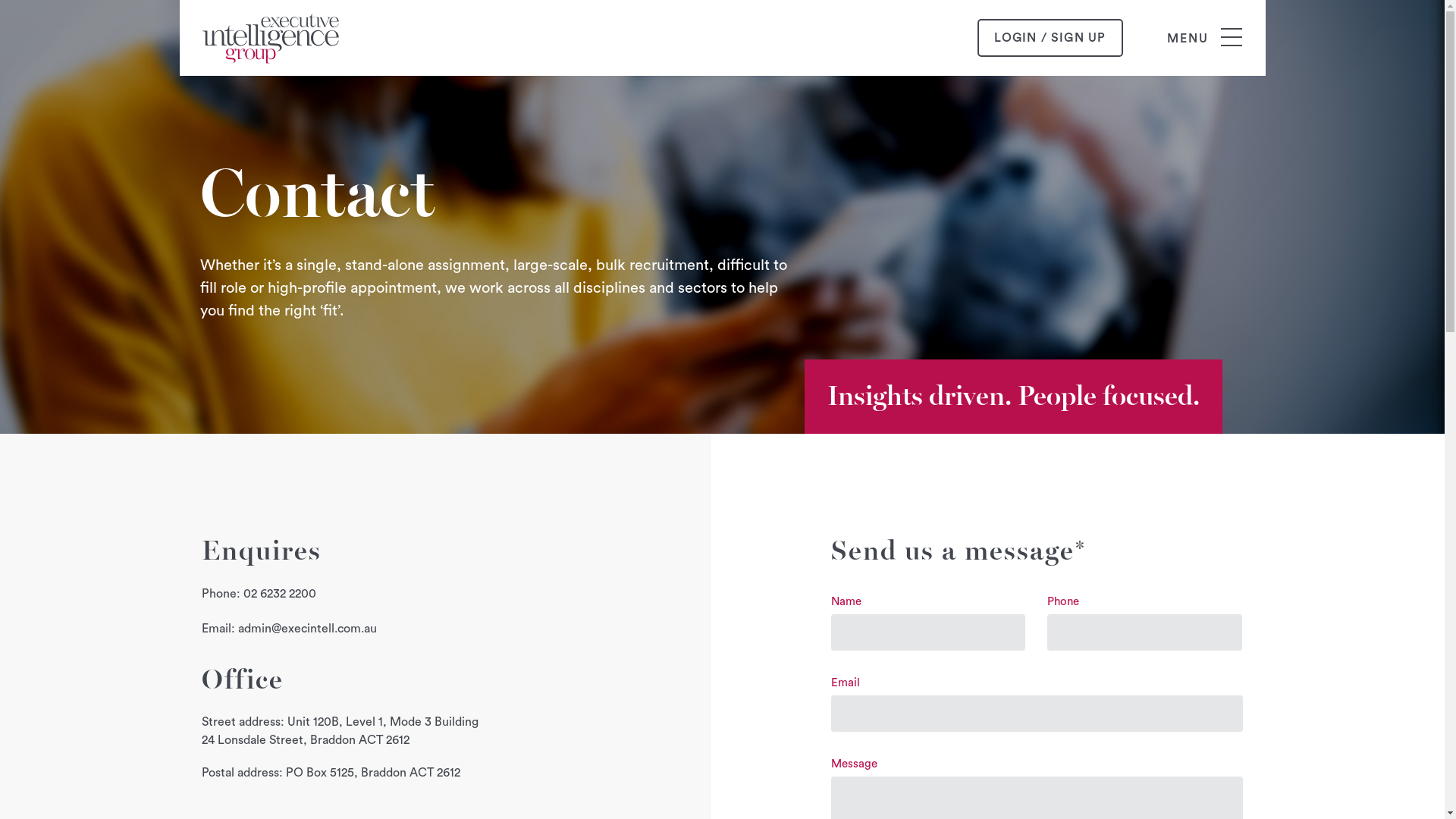 The height and width of the screenshot is (819, 1456). Describe the element at coordinates (1048, 37) in the screenshot. I see `'LOGIN / SIGN UP'` at that location.